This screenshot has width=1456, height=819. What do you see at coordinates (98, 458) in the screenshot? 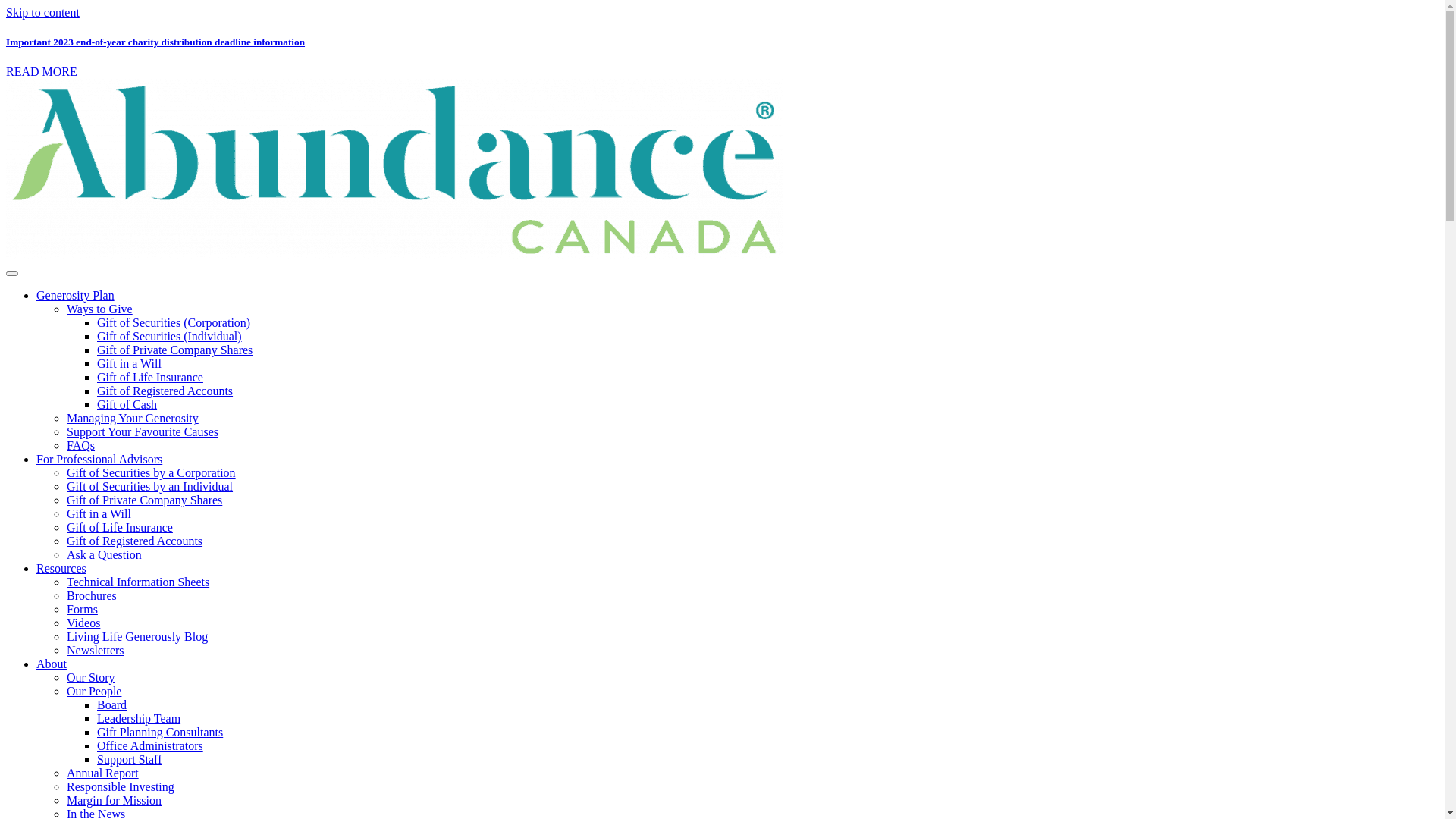
I see `'For Professional Advisors'` at bounding box center [98, 458].